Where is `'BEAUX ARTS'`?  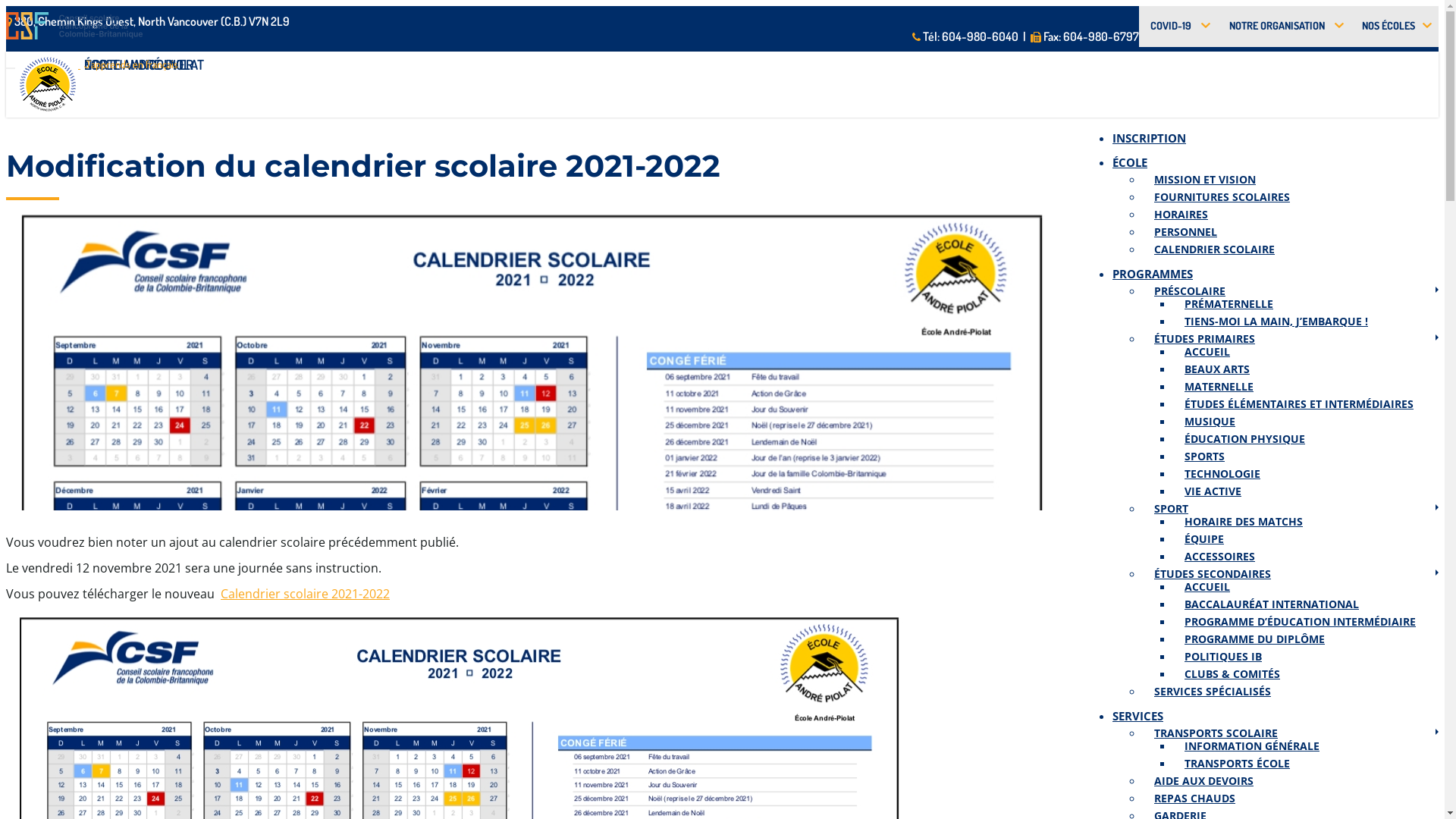 'BEAUX ARTS' is located at coordinates (1219, 369).